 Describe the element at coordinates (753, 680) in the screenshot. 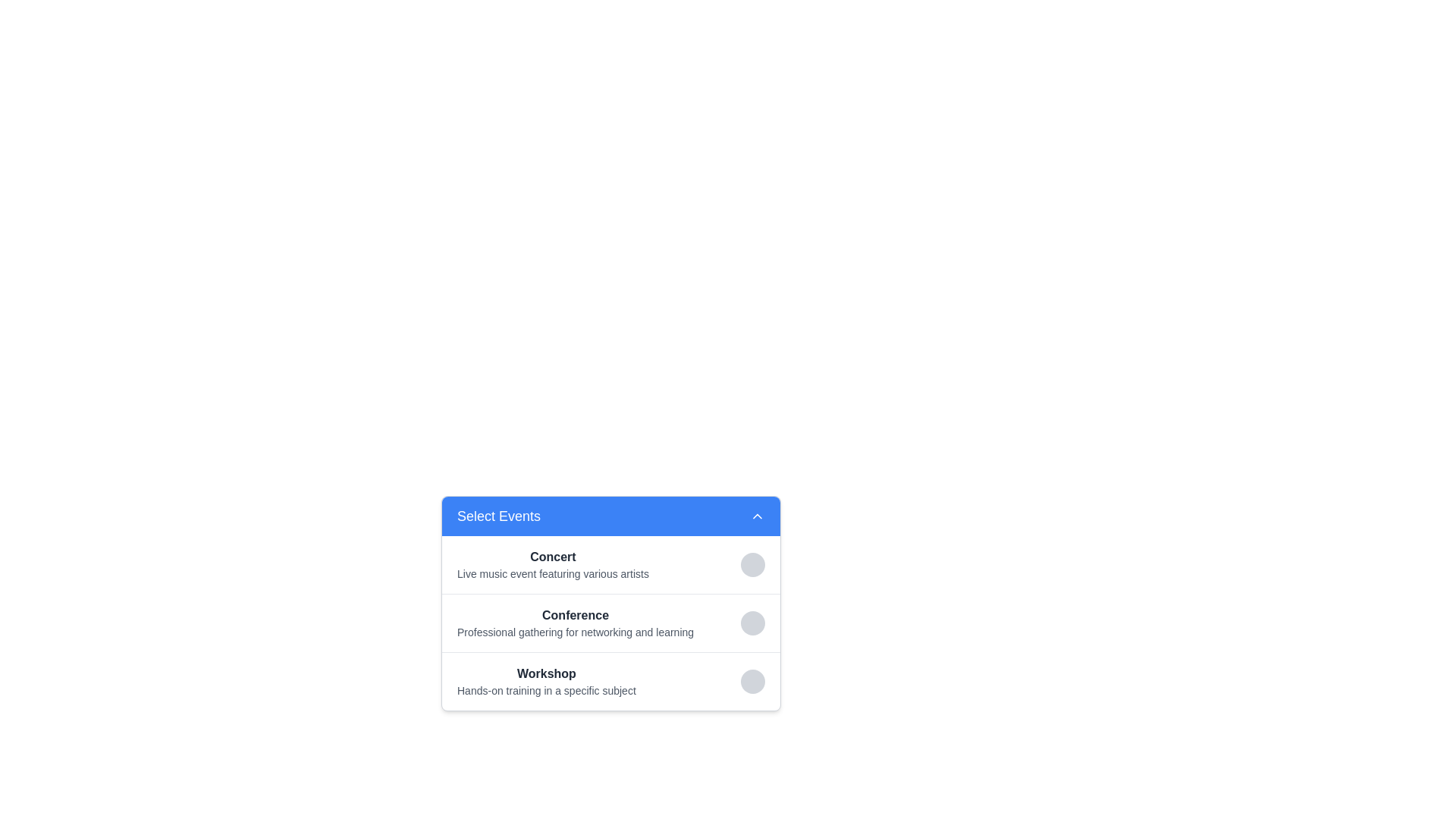

I see `the button located in the lower-right corner of the row containing the 'Workshop' title` at that location.